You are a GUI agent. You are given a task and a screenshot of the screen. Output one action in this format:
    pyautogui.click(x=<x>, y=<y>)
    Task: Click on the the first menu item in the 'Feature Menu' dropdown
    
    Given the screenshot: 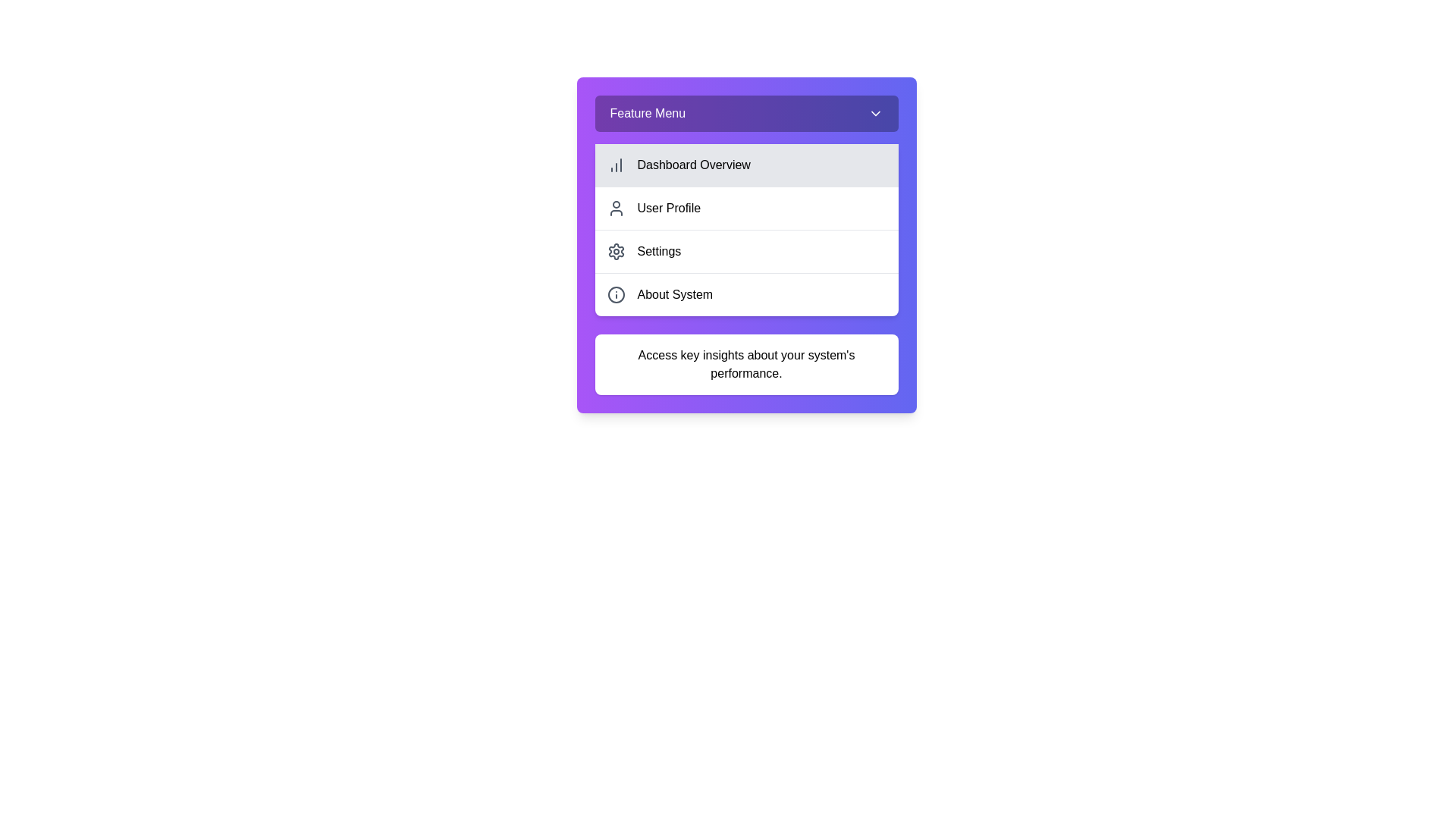 What is the action you would take?
    pyautogui.click(x=746, y=165)
    